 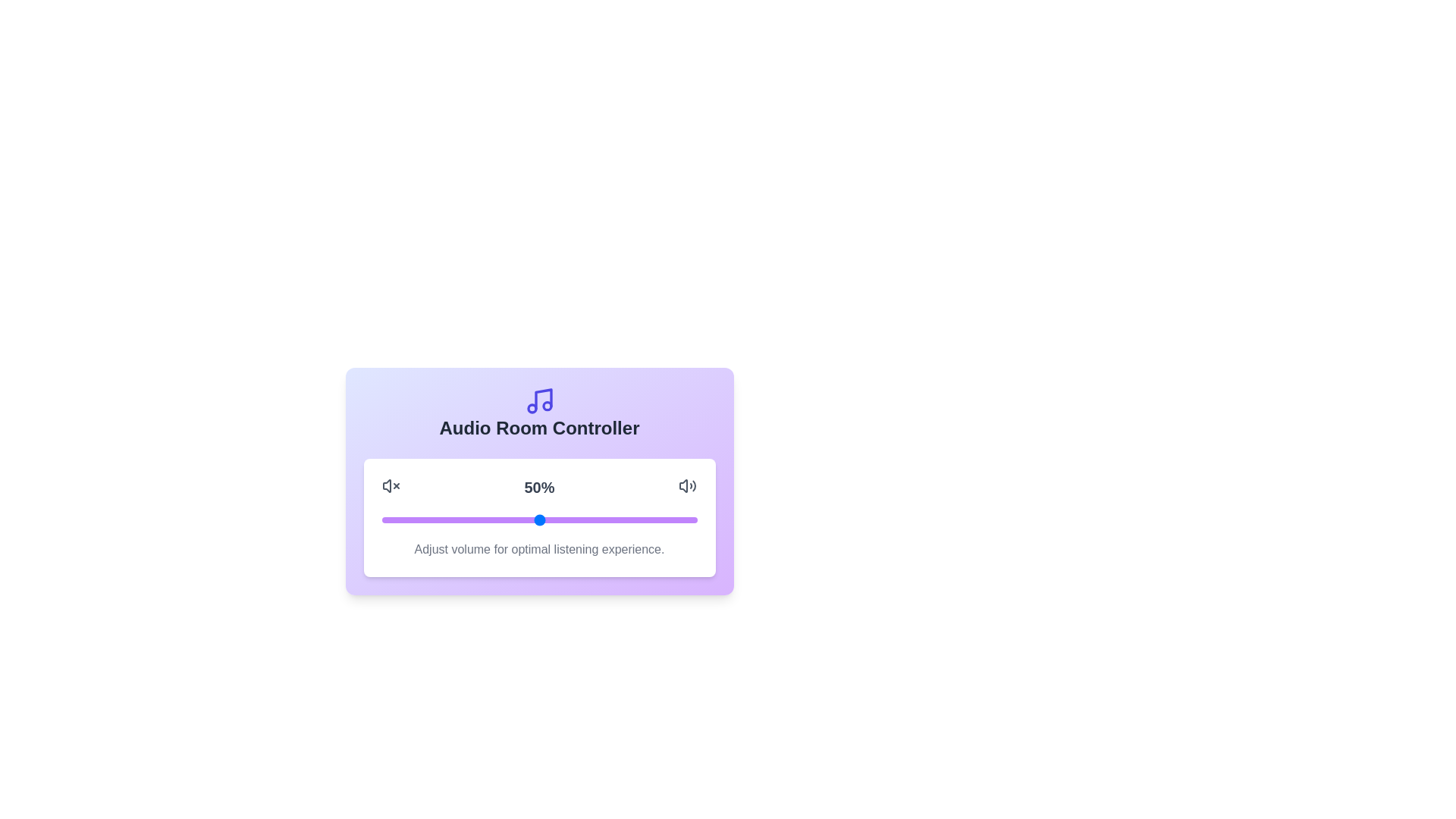 I want to click on the mute icon to toggle mute state, so click(x=391, y=485).